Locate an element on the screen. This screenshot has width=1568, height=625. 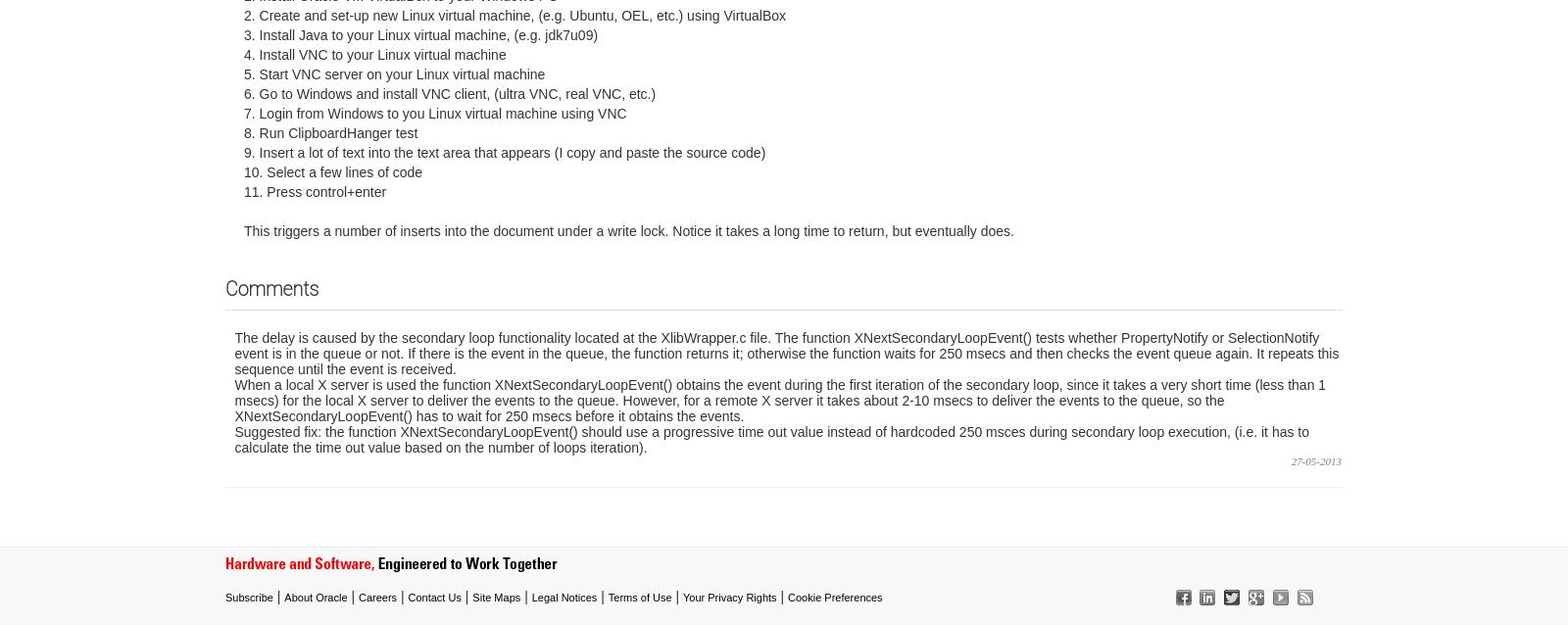
'Contact Us' is located at coordinates (433, 595).